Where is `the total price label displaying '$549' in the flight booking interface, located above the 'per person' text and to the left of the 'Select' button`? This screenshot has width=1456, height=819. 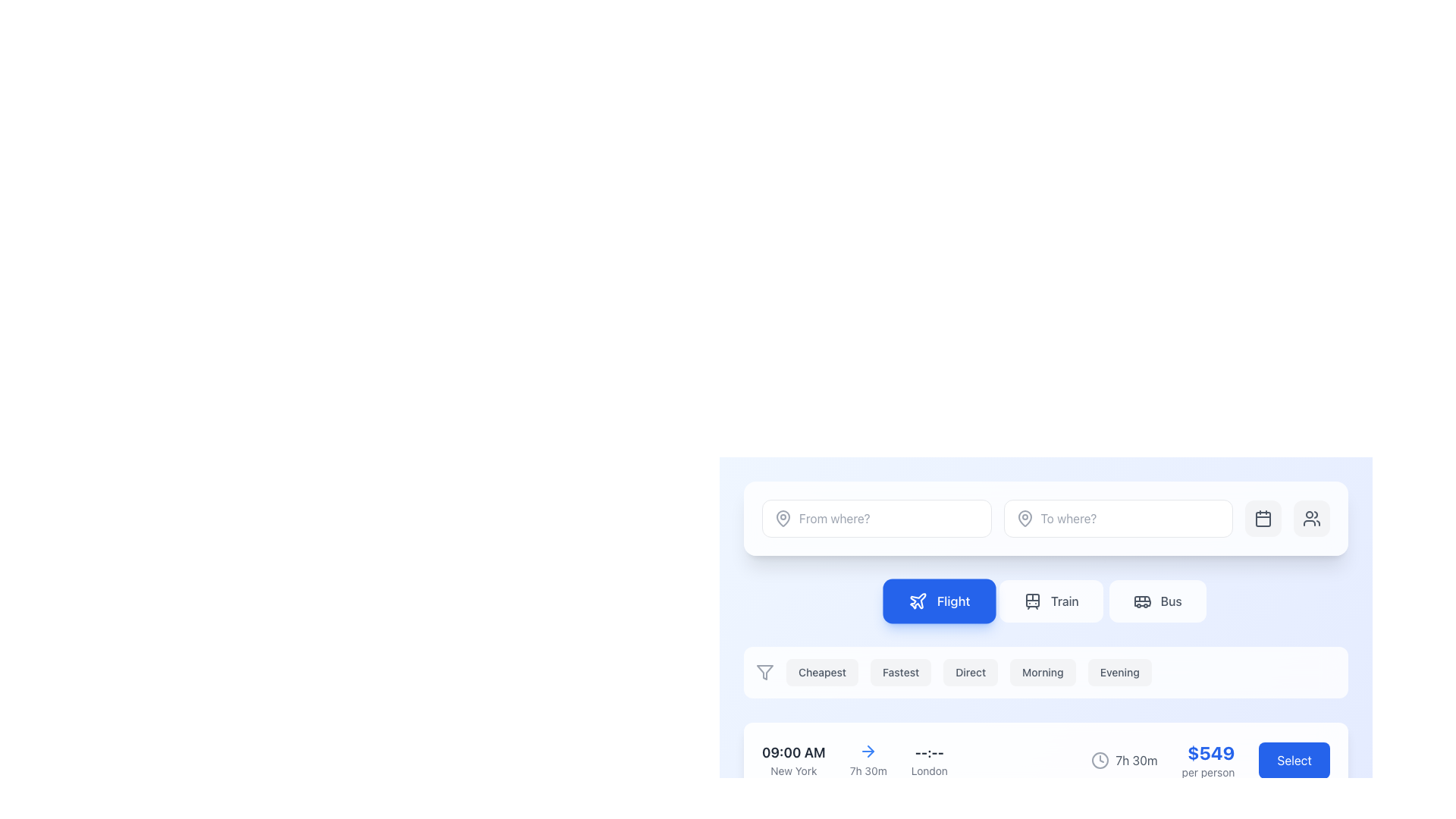
the total price label displaying '$549' in the flight booking interface, located above the 'per person' text and to the left of the 'Select' button is located at coordinates (1210, 752).